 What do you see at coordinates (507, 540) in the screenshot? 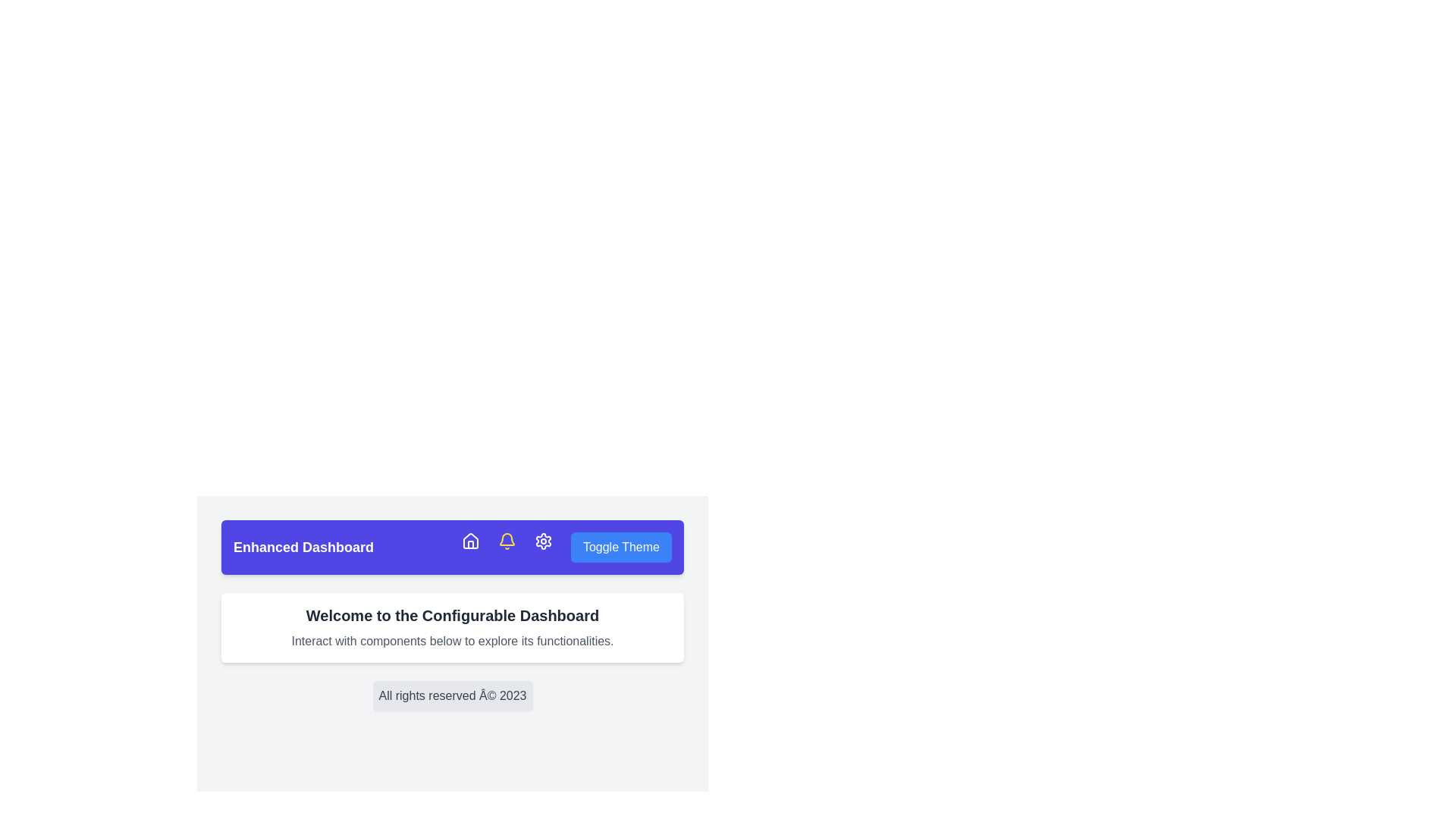
I see `the yellow bell icon located in the top center of the interface, which is positioned between the house and gear icons, to trigger a tooltip or animation` at bounding box center [507, 540].